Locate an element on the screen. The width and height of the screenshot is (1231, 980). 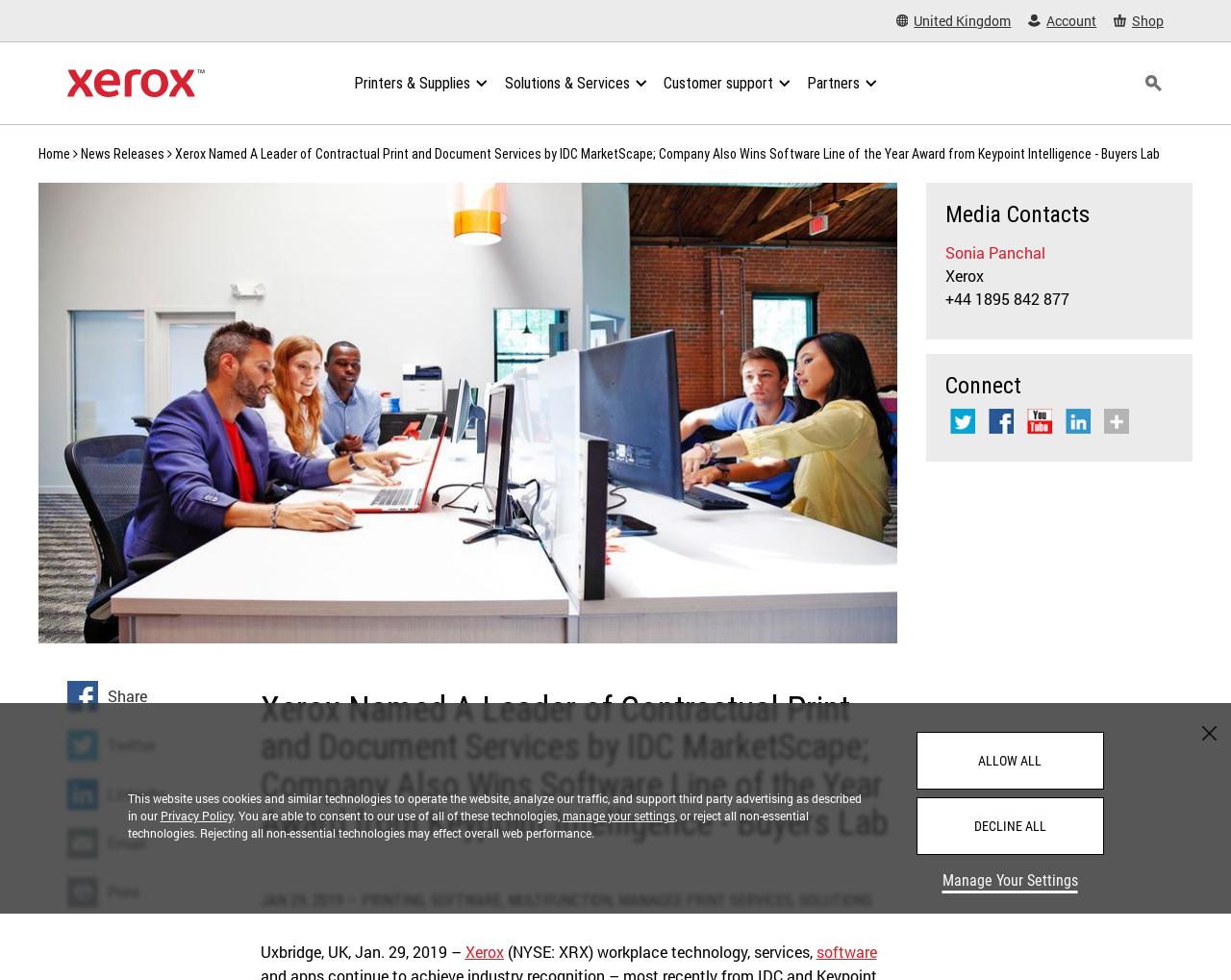
', or reject all non-essential technologies. Rejecting all non-essential technologies may effect overall web performance.' is located at coordinates (125, 822).